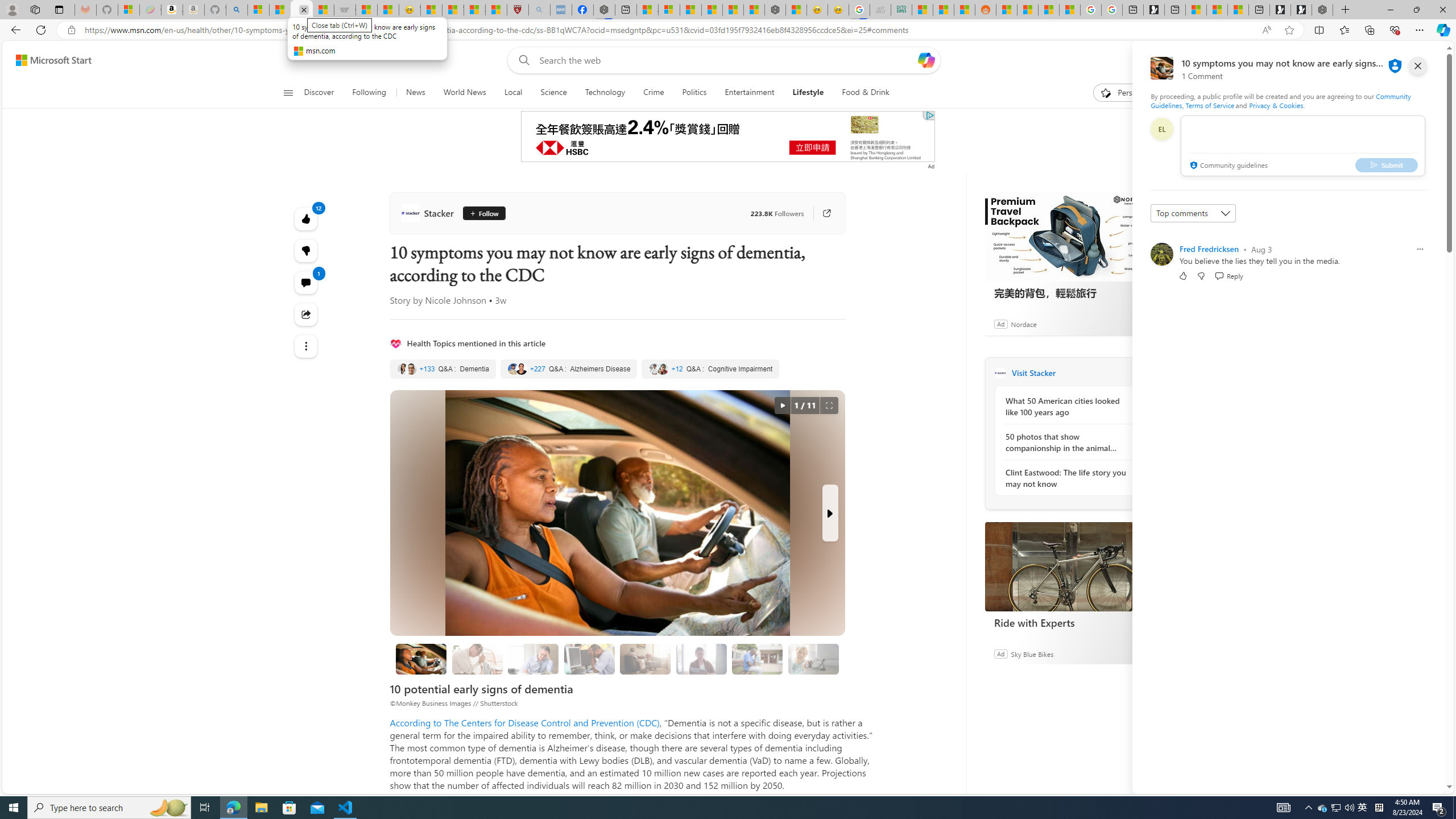 This screenshot has height=819, width=1456. Describe the element at coordinates (287, 92) in the screenshot. I see `'Open navigation menu'` at that location.